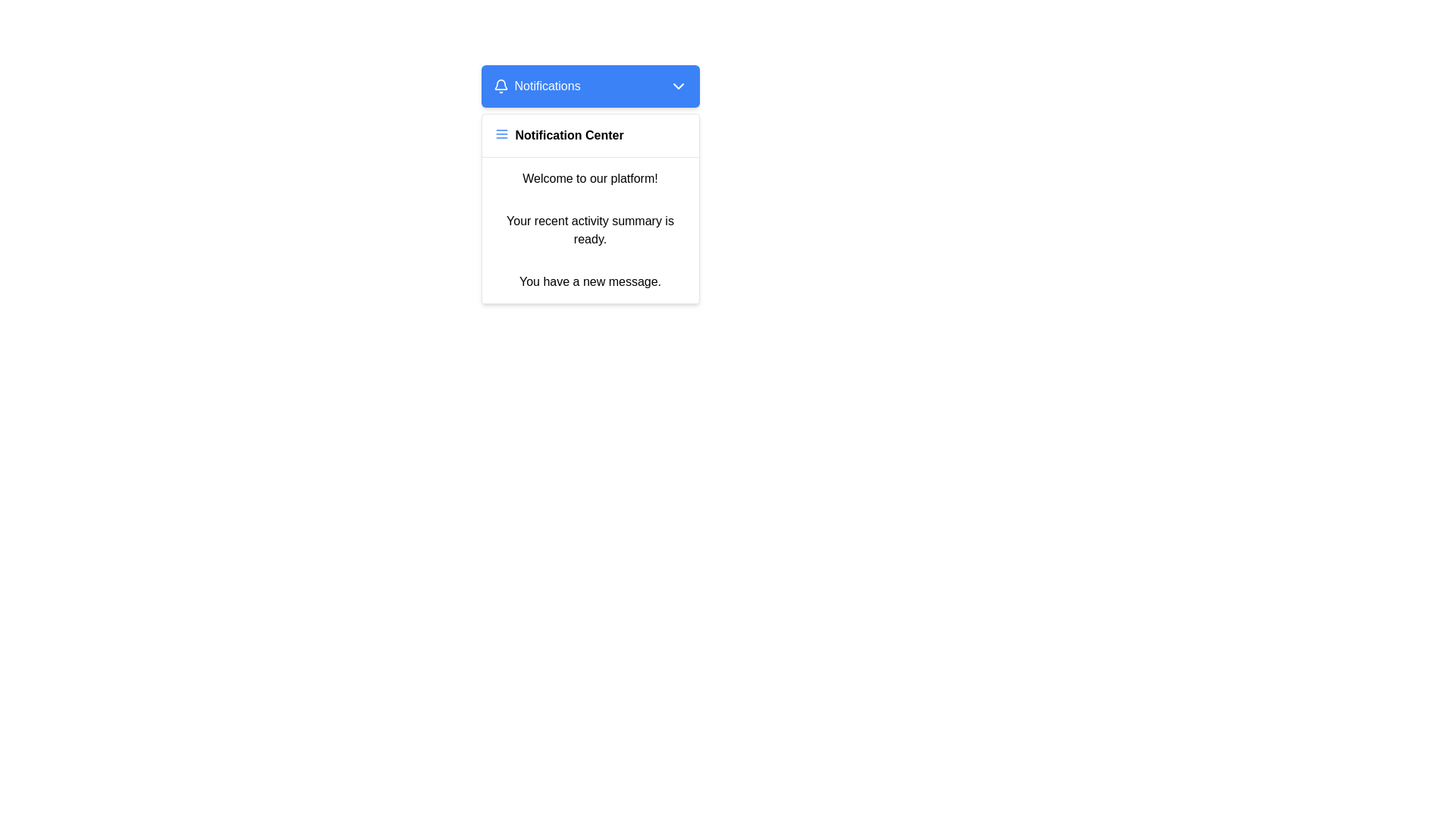 Image resolution: width=1456 pixels, height=819 pixels. I want to click on text from the notification center's text block, which contains a welcome message, recent activity summary, and new message notification, so click(589, 231).